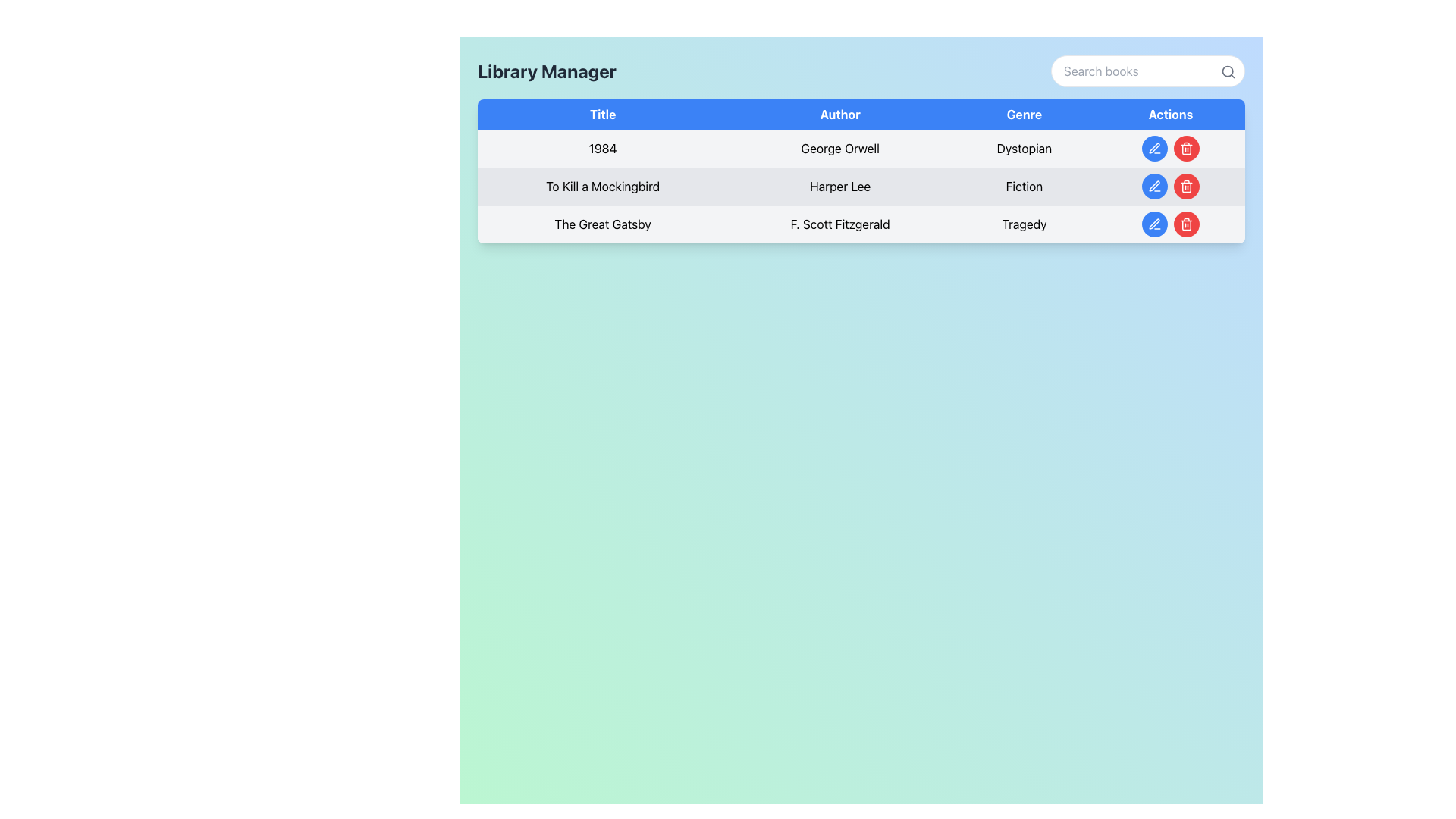 The image size is (1456, 819). I want to click on the text label displaying '1984' in bold format located in the first column of the table row, so click(602, 149).